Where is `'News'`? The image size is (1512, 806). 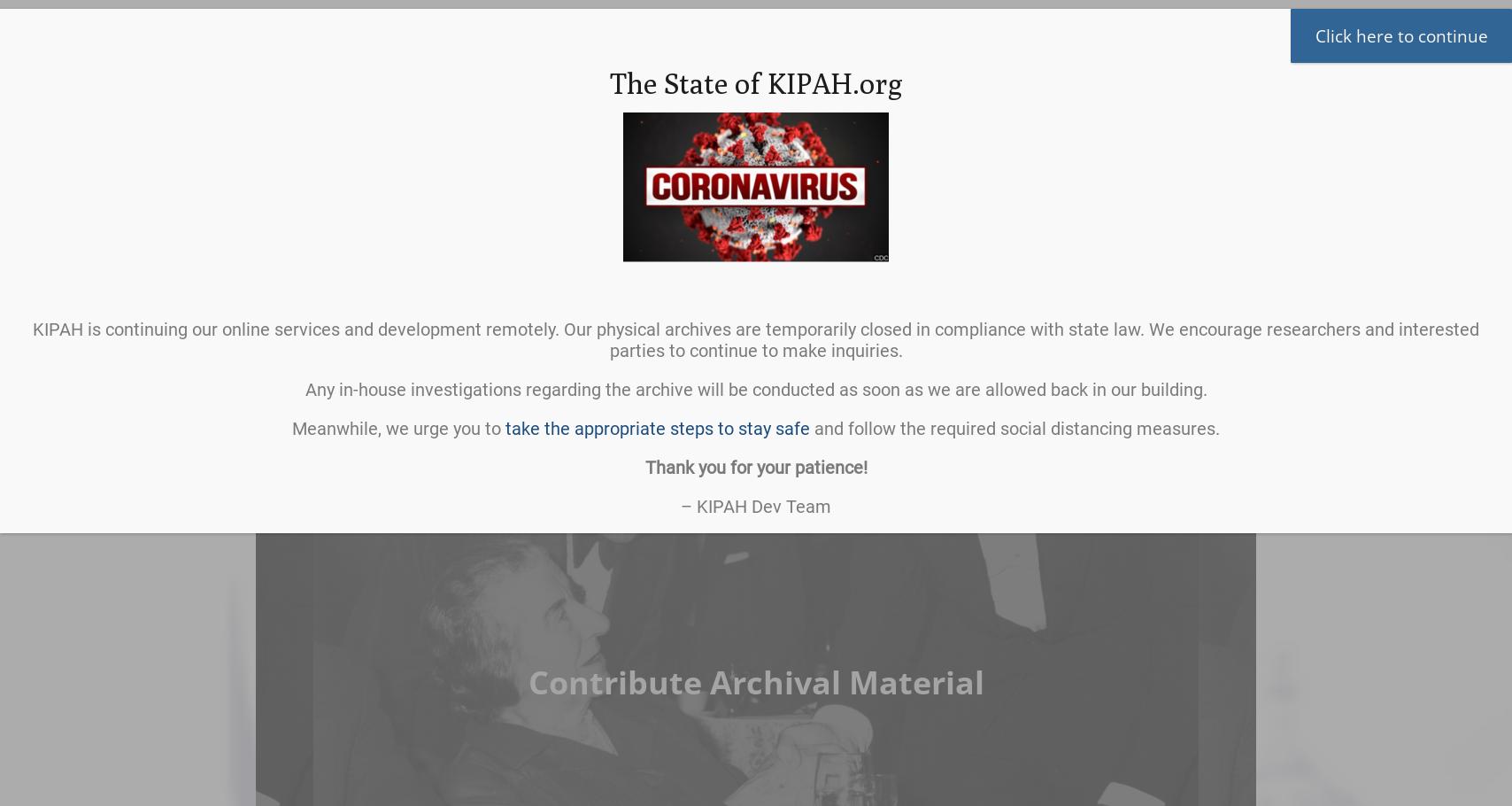 'News' is located at coordinates (849, 331).